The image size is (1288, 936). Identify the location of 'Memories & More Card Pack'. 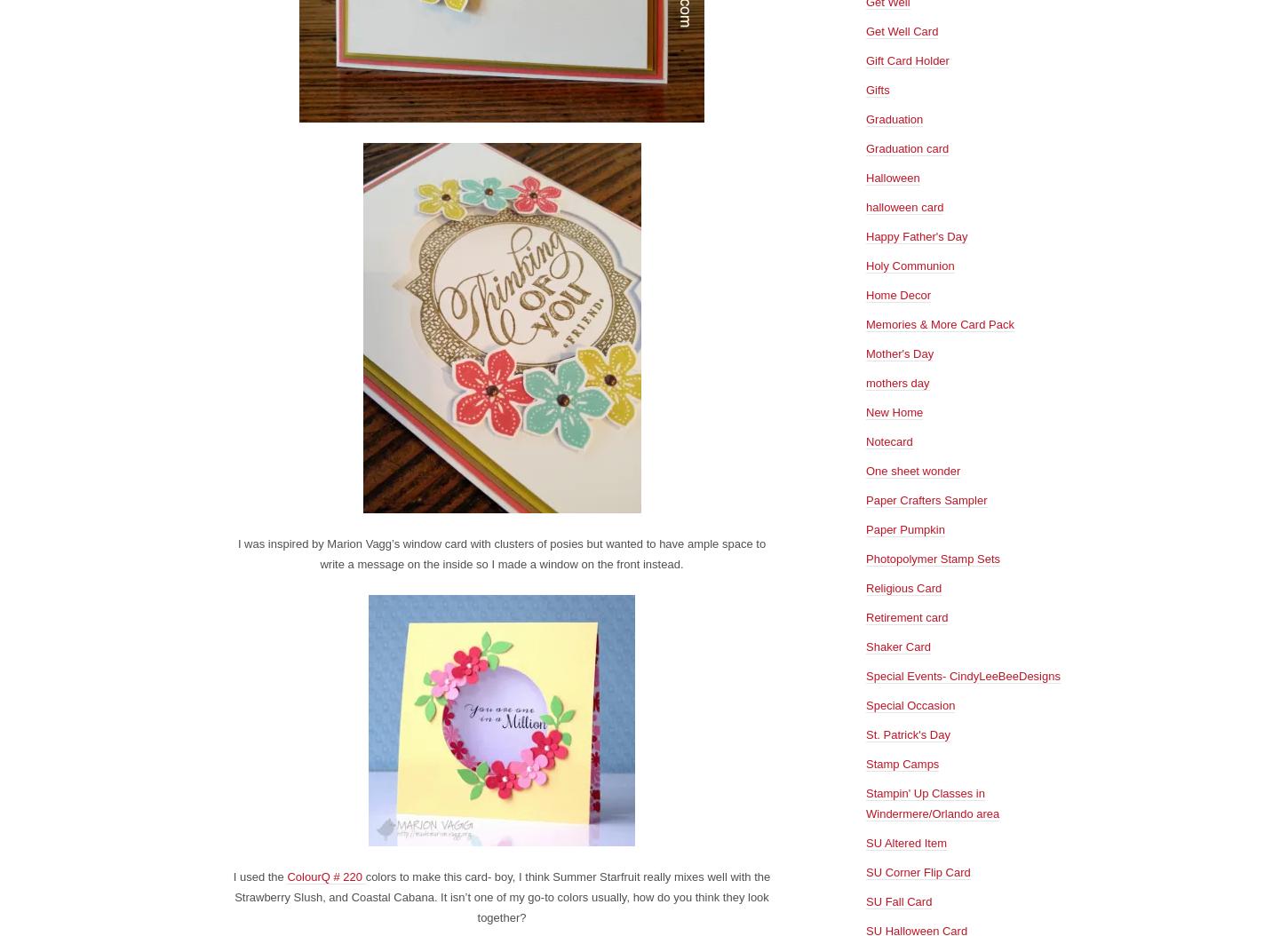
(940, 323).